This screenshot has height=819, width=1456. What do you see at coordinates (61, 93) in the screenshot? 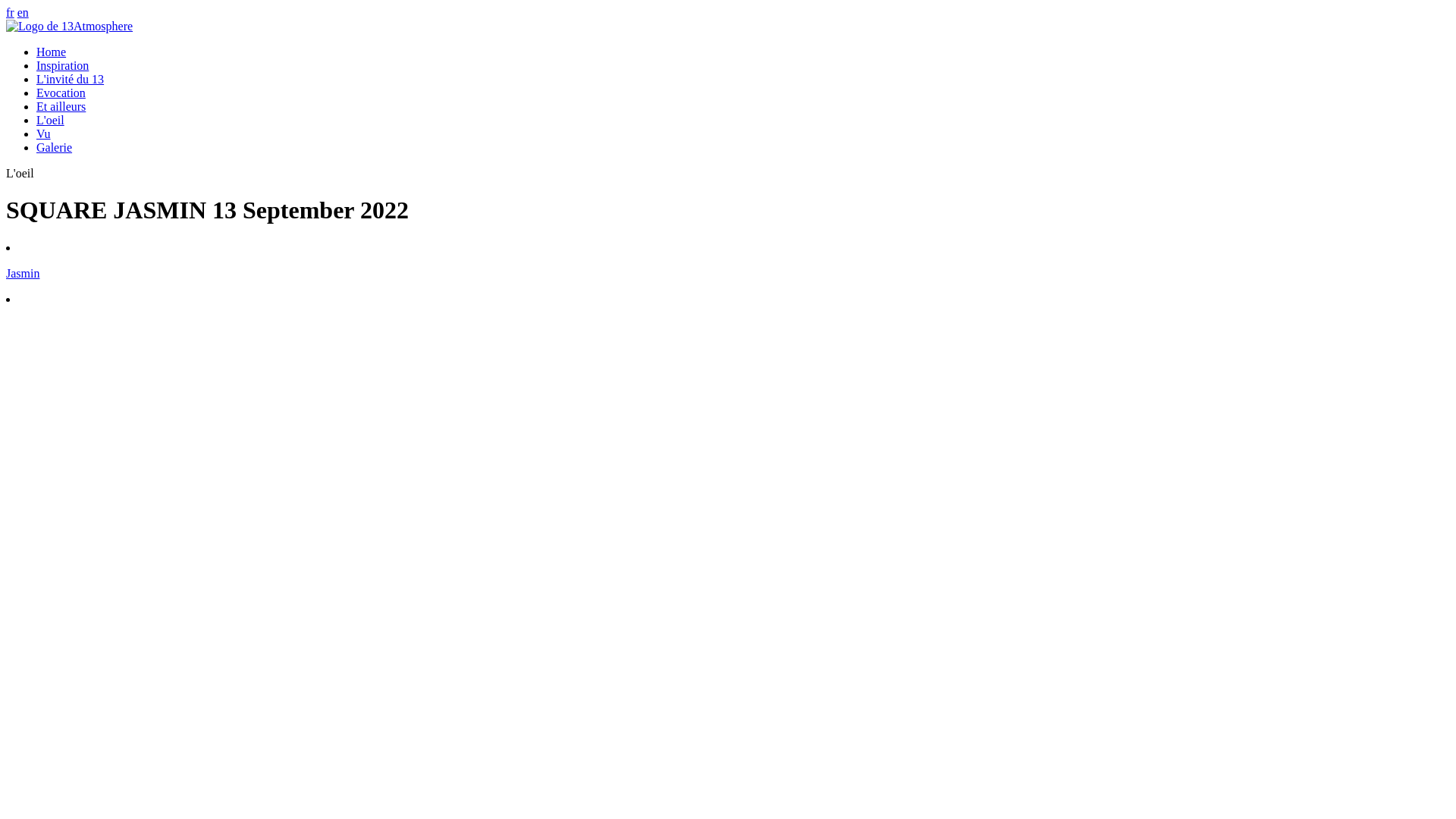
I see `'Evocation'` at bounding box center [61, 93].